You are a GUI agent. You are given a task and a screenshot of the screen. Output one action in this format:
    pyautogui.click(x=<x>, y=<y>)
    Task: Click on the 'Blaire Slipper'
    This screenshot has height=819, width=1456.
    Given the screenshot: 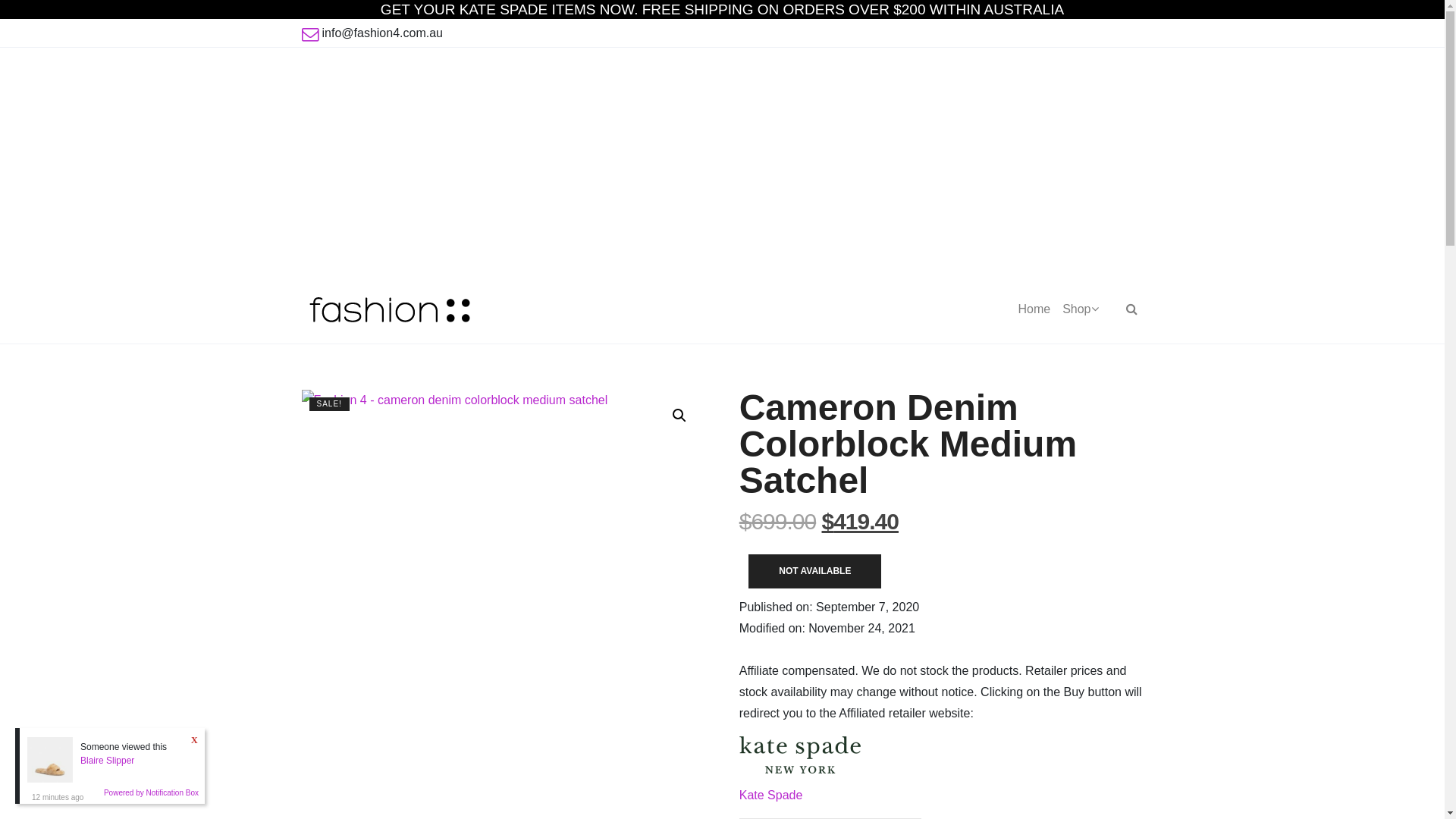 What is the action you would take?
    pyautogui.click(x=106, y=760)
    